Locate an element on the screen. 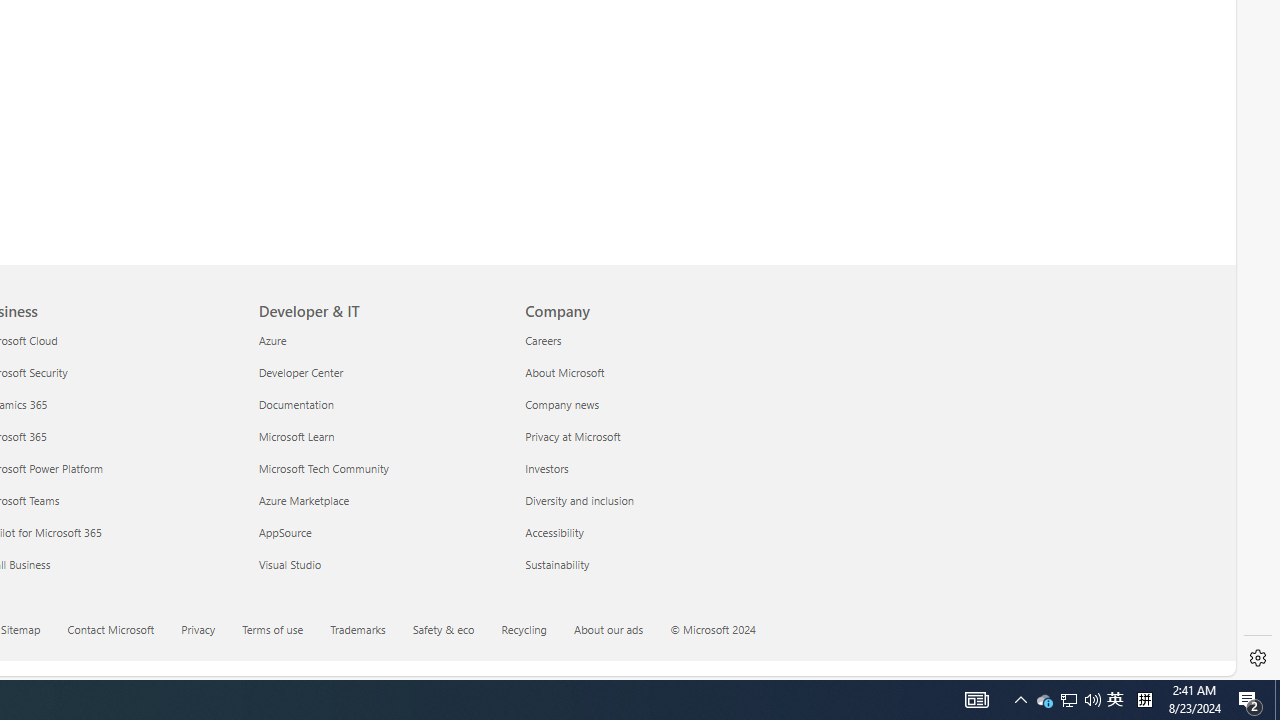  'Microsoft Learn Developer & IT' is located at coordinates (295, 434).